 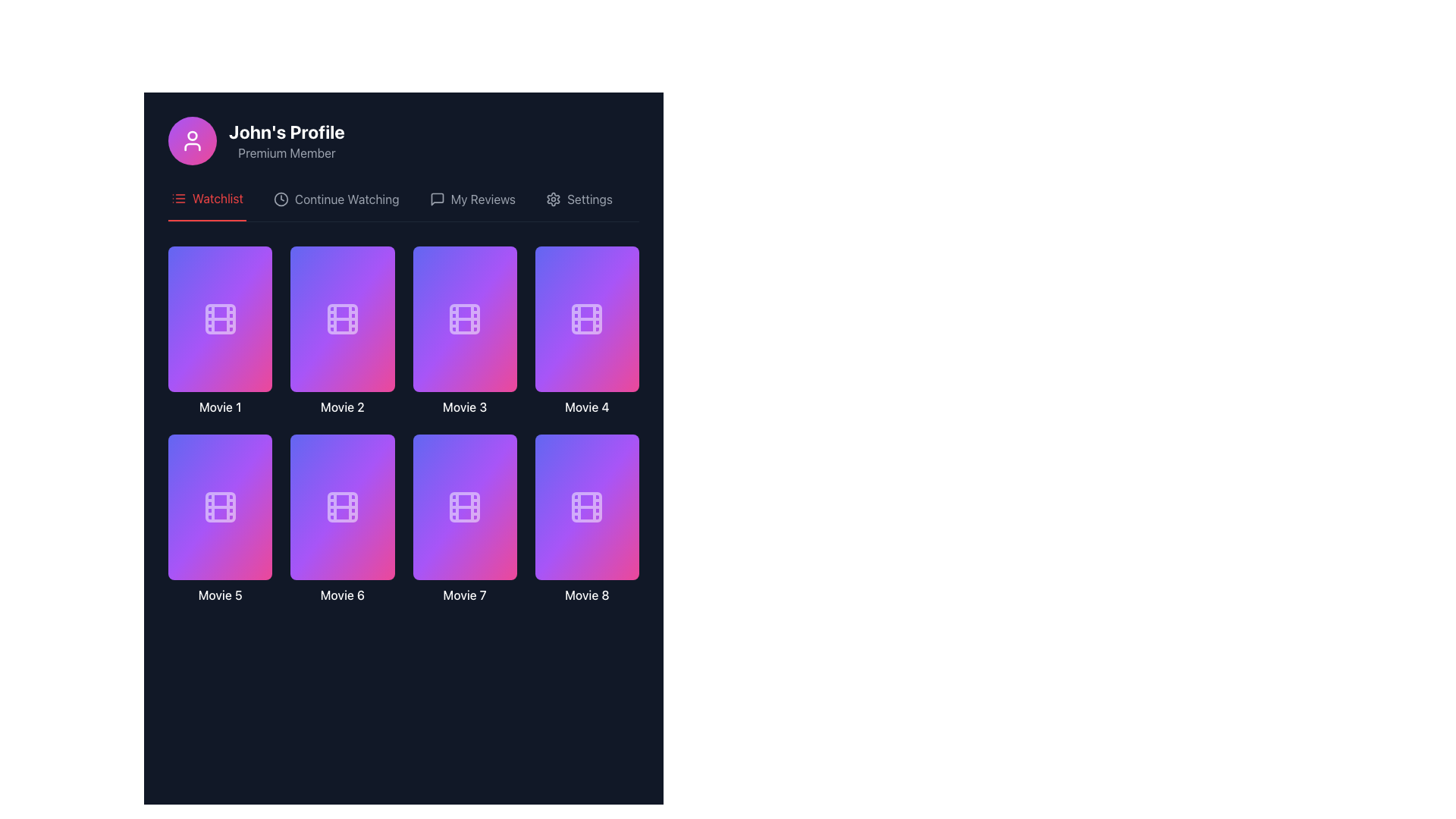 I want to click on the user profile SVG graphic icon located at the top-left section of the interface, so click(x=192, y=140).